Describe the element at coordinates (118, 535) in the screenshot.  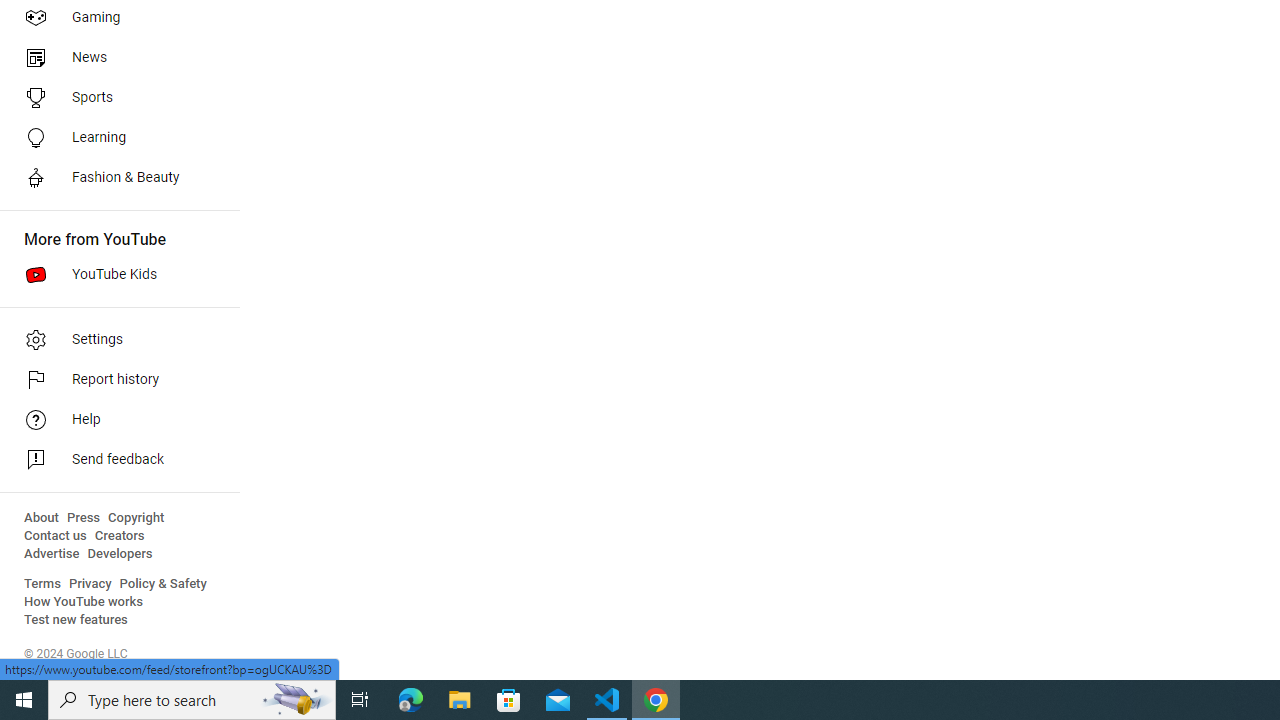
I see `'Creators'` at that location.